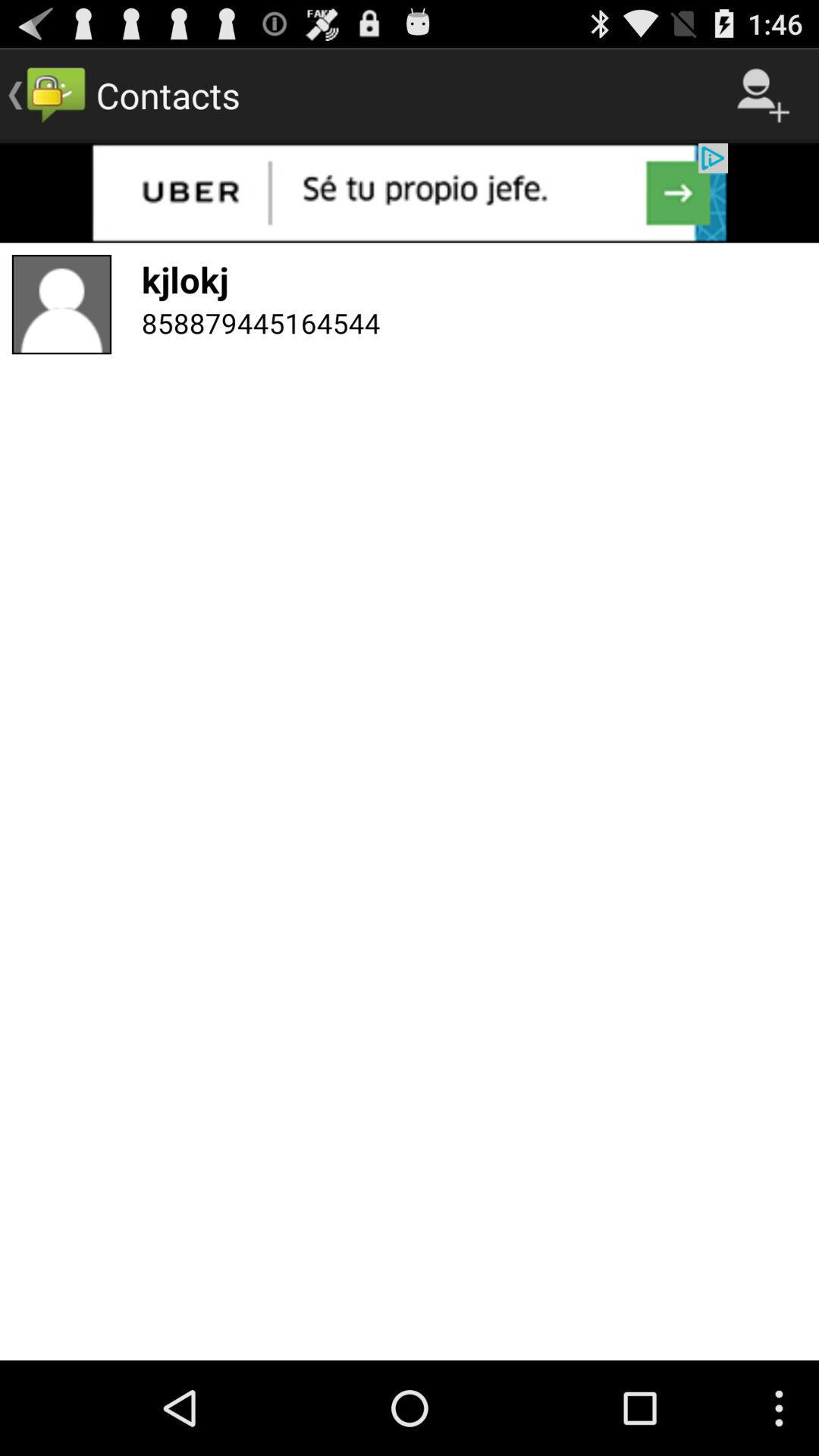 The width and height of the screenshot is (819, 1456). Describe the element at coordinates (409, 192) in the screenshot. I see `uber` at that location.